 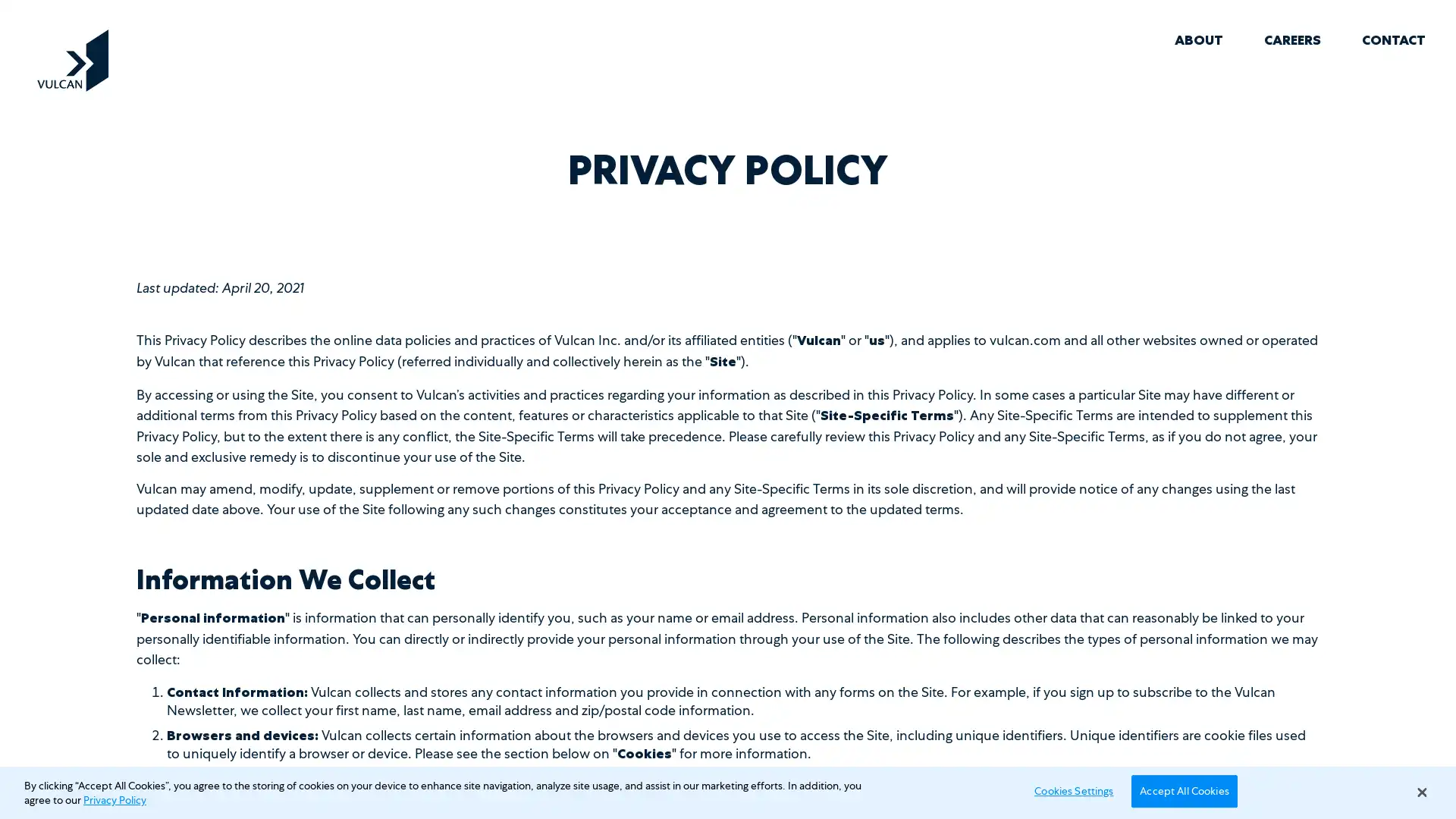 I want to click on Close Banner, so click(x=1420, y=792).